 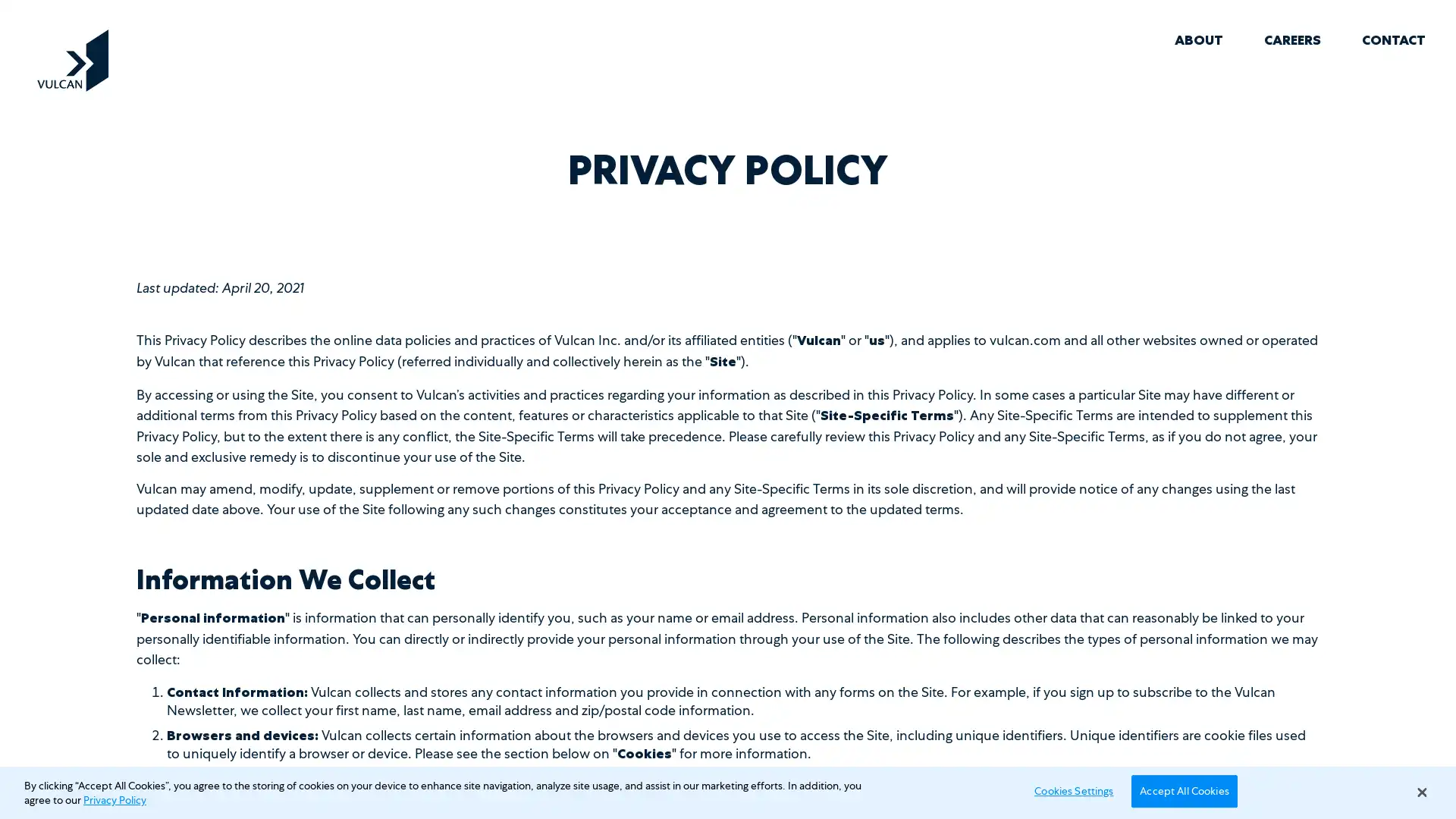 I want to click on Close Banner, so click(x=1420, y=792).